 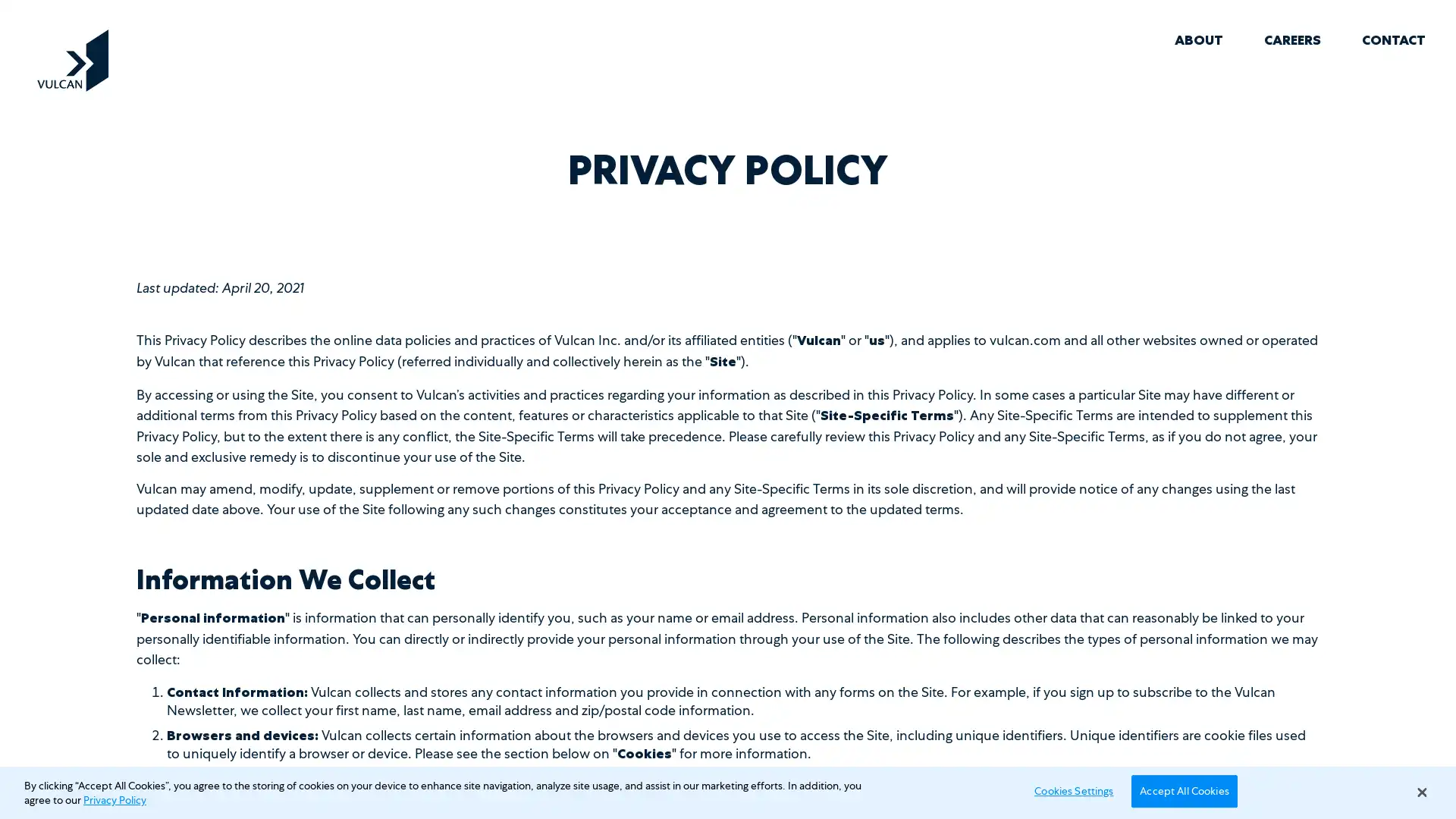 I want to click on Close Banner, so click(x=1420, y=792).